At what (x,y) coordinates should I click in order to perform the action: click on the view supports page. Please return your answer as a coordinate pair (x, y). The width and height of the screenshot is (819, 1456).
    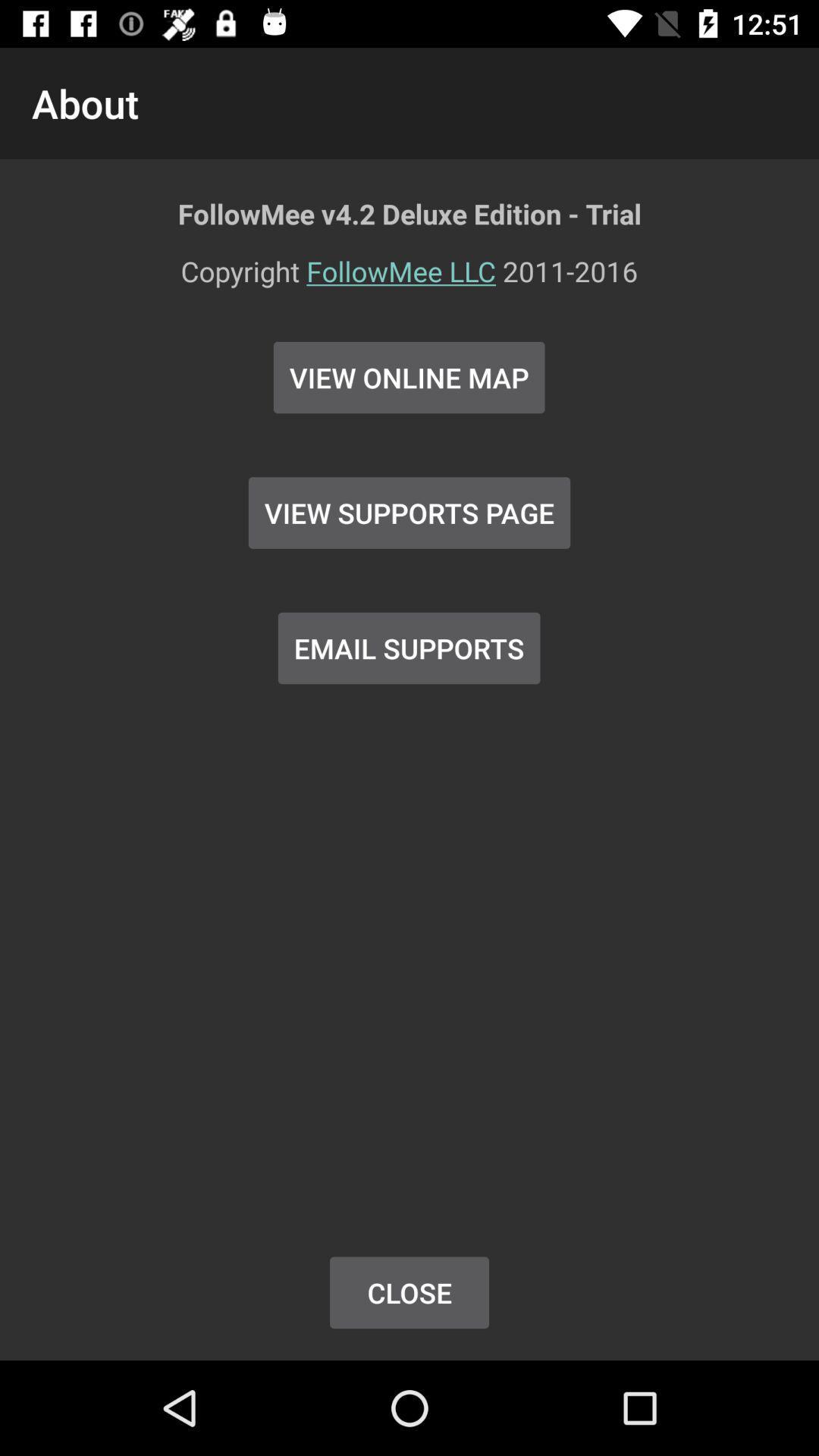
    Looking at the image, I should click on (409, 513).